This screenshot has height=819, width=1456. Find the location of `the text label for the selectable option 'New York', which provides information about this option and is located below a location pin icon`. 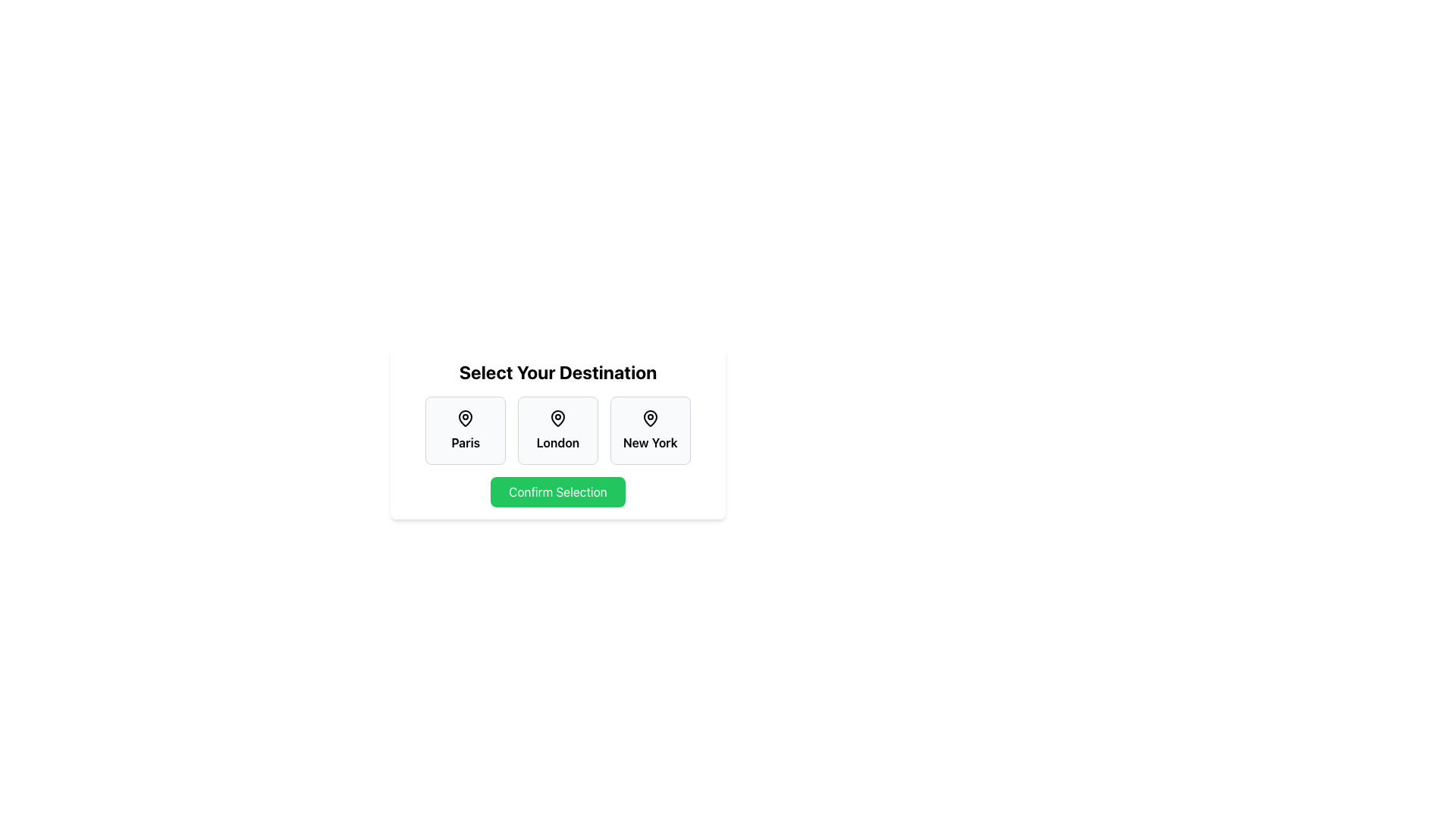

the text label for the selectable option 'New York', which provides information about this option and is located below a location pin icon is located at coordinates (650, 442).